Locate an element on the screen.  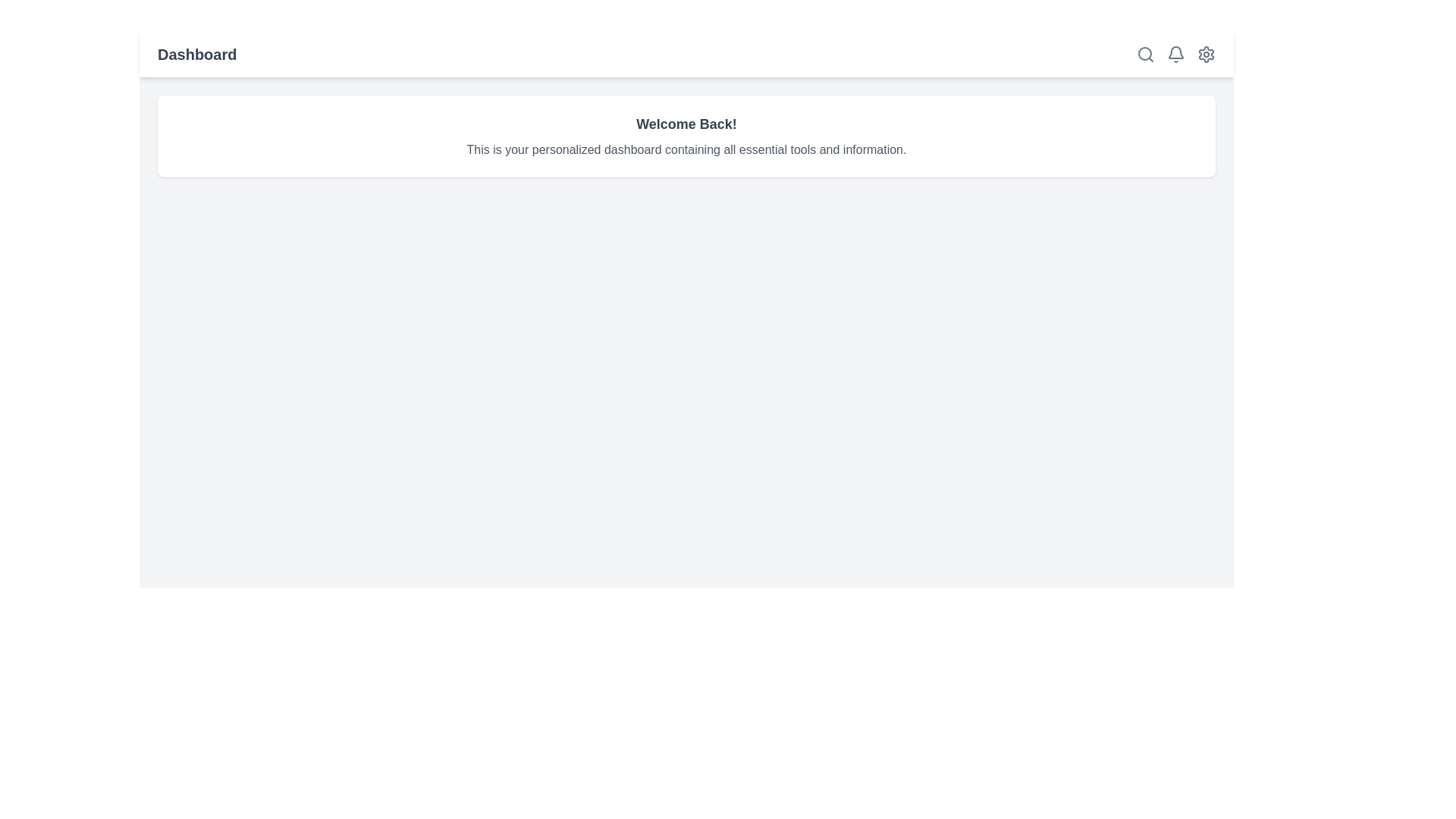
the Icon button located at the top-right corner of the interface is located at coordinates (1205, 54).